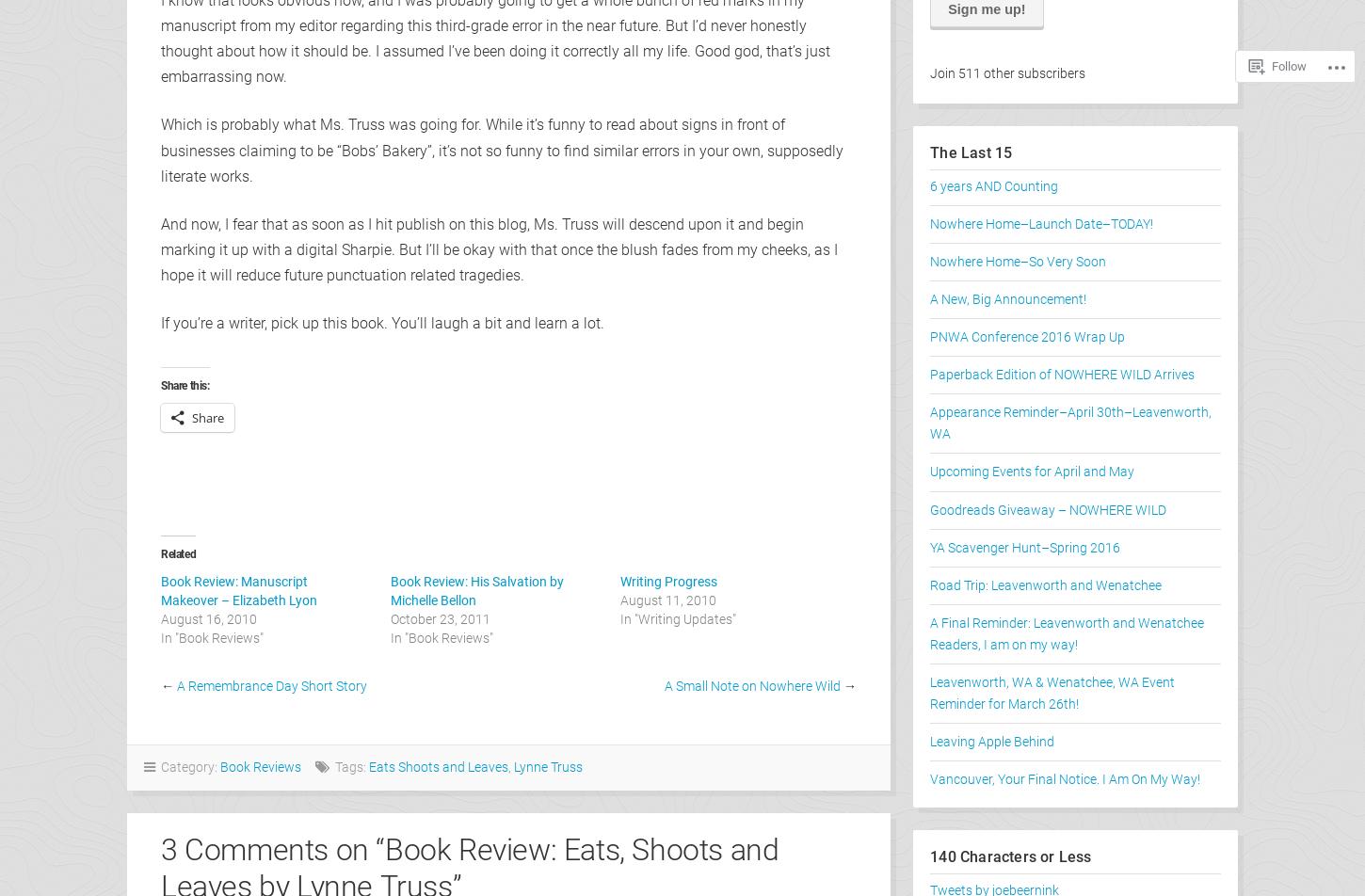 This screenshot has height=896, width=1365. What do you see at coordinates (1064, 778) in the screenshot?
I see `'Vancouver, Your Final Notice. I Am On My Way!'` at bounding box center [1064, 778].